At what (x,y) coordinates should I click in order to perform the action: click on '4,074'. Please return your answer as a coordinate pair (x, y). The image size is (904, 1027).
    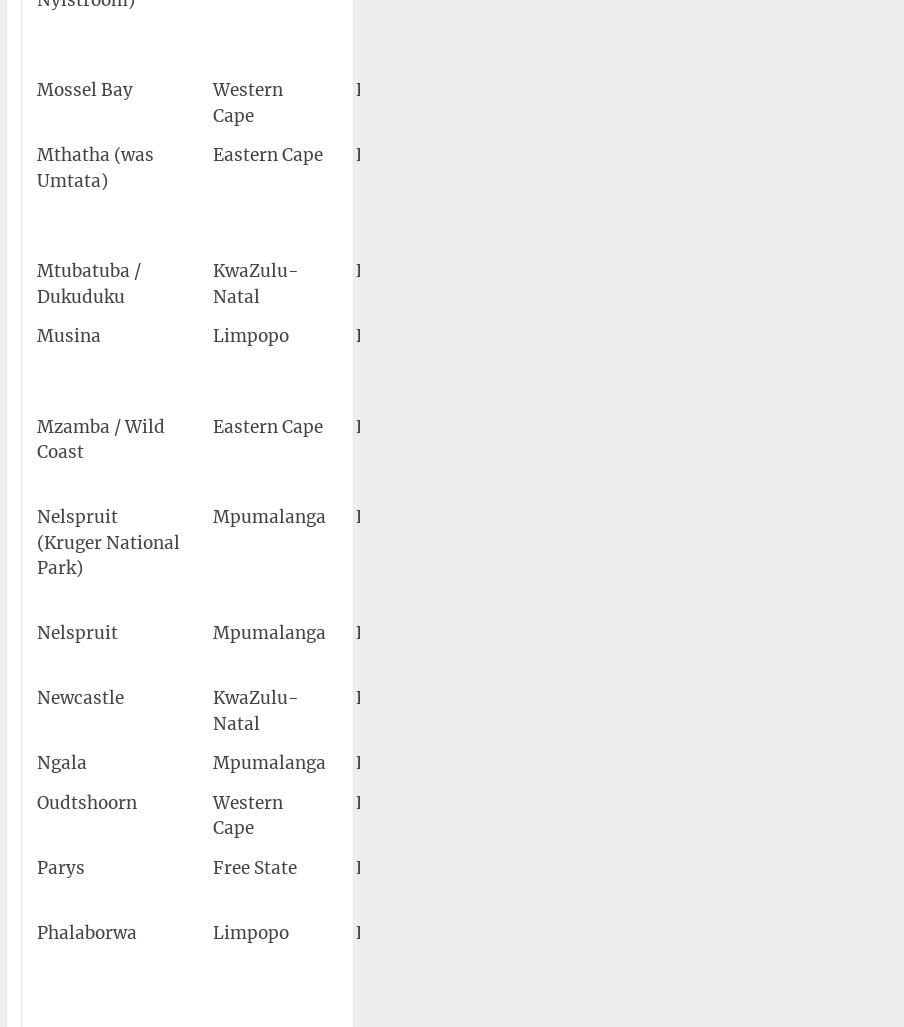
    Looking at the image, I should click on (862, 697).